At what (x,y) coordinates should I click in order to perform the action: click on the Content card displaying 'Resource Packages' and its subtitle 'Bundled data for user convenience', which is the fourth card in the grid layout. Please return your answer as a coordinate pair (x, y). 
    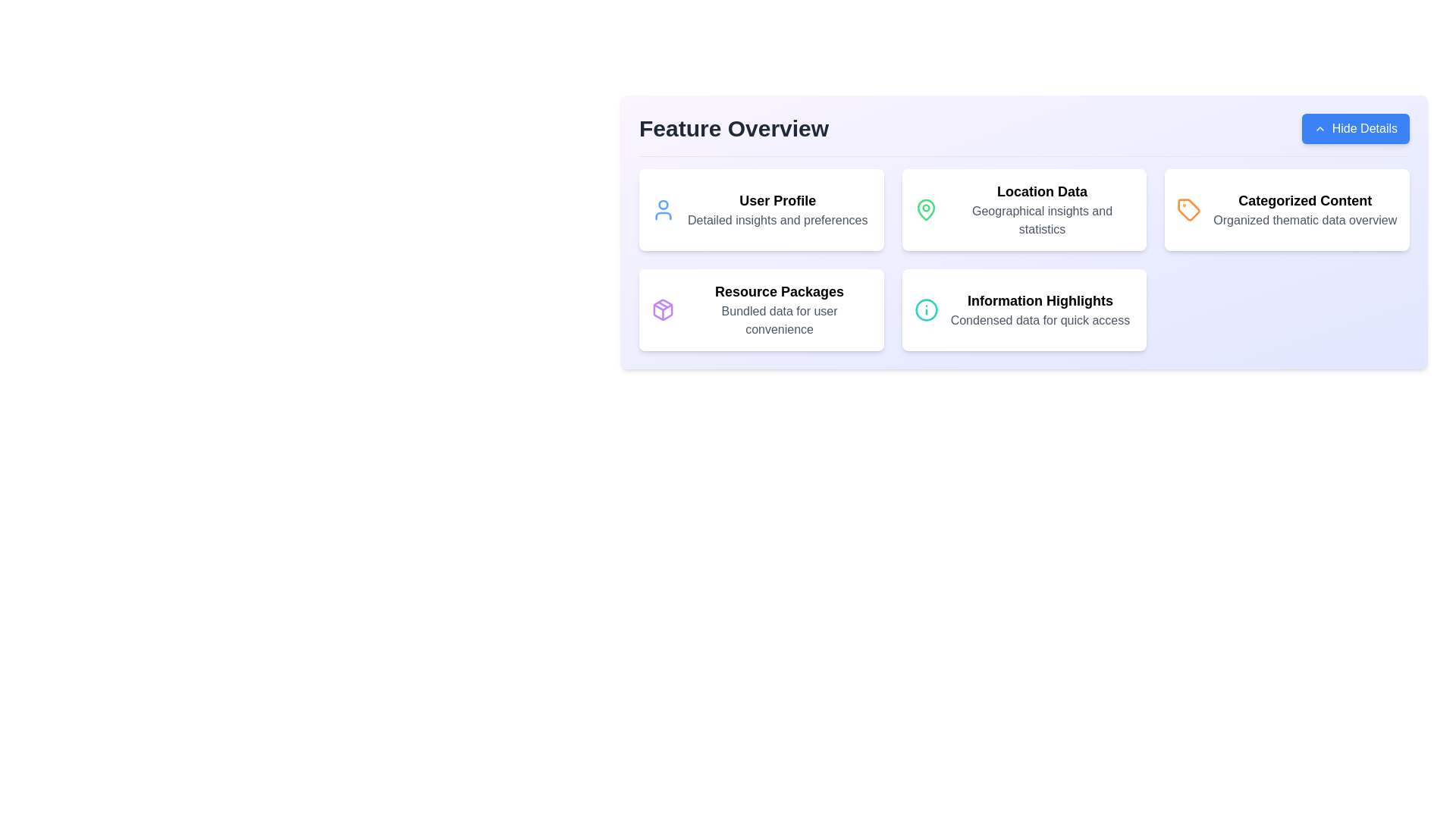
    Looking at the image, I should click on (761, 309).